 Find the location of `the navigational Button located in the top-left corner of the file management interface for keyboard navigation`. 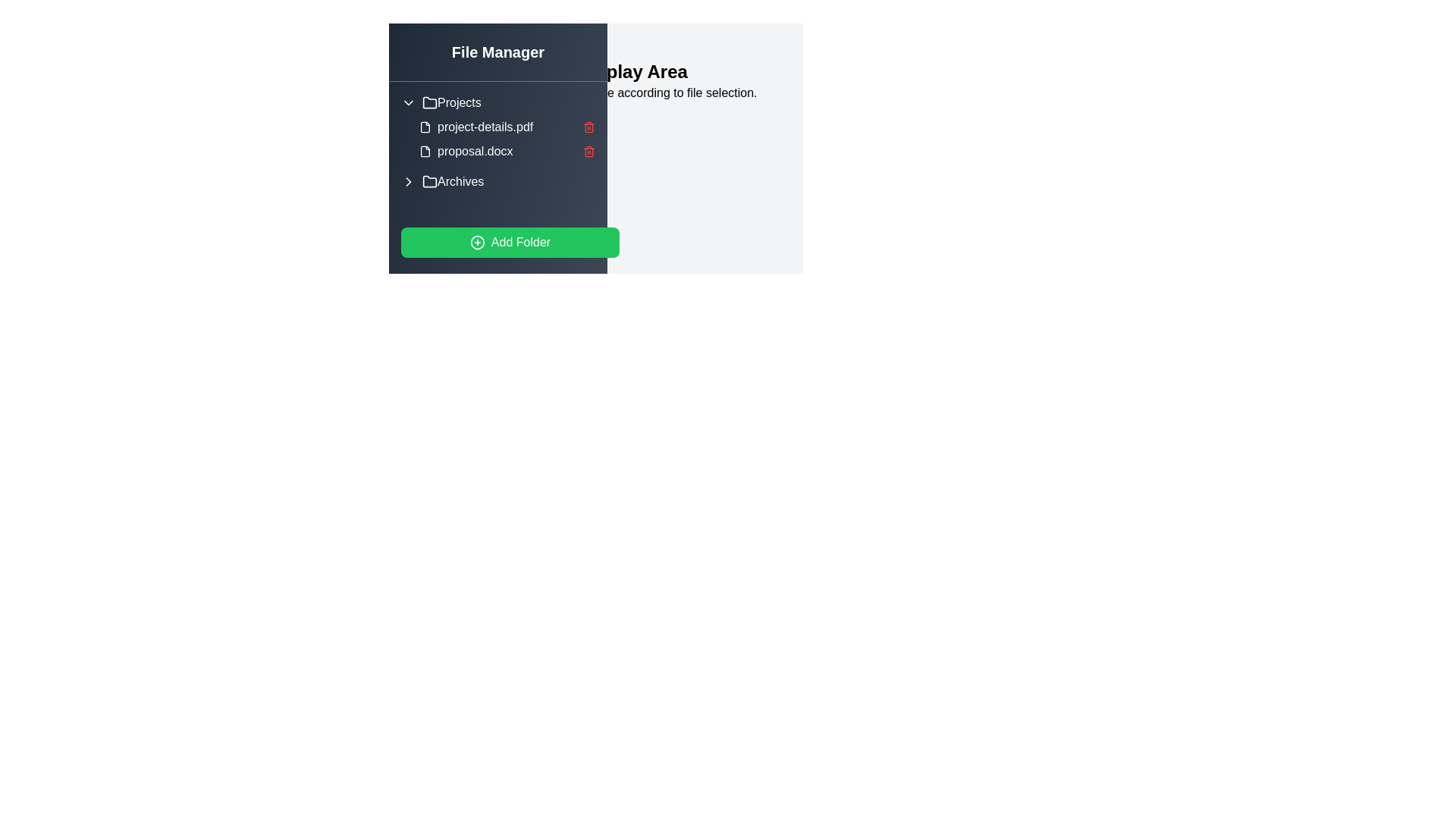

the navigational Button located in the top-left corner of the file management interface for keyboard navigation is located at coordinates (422, 55).